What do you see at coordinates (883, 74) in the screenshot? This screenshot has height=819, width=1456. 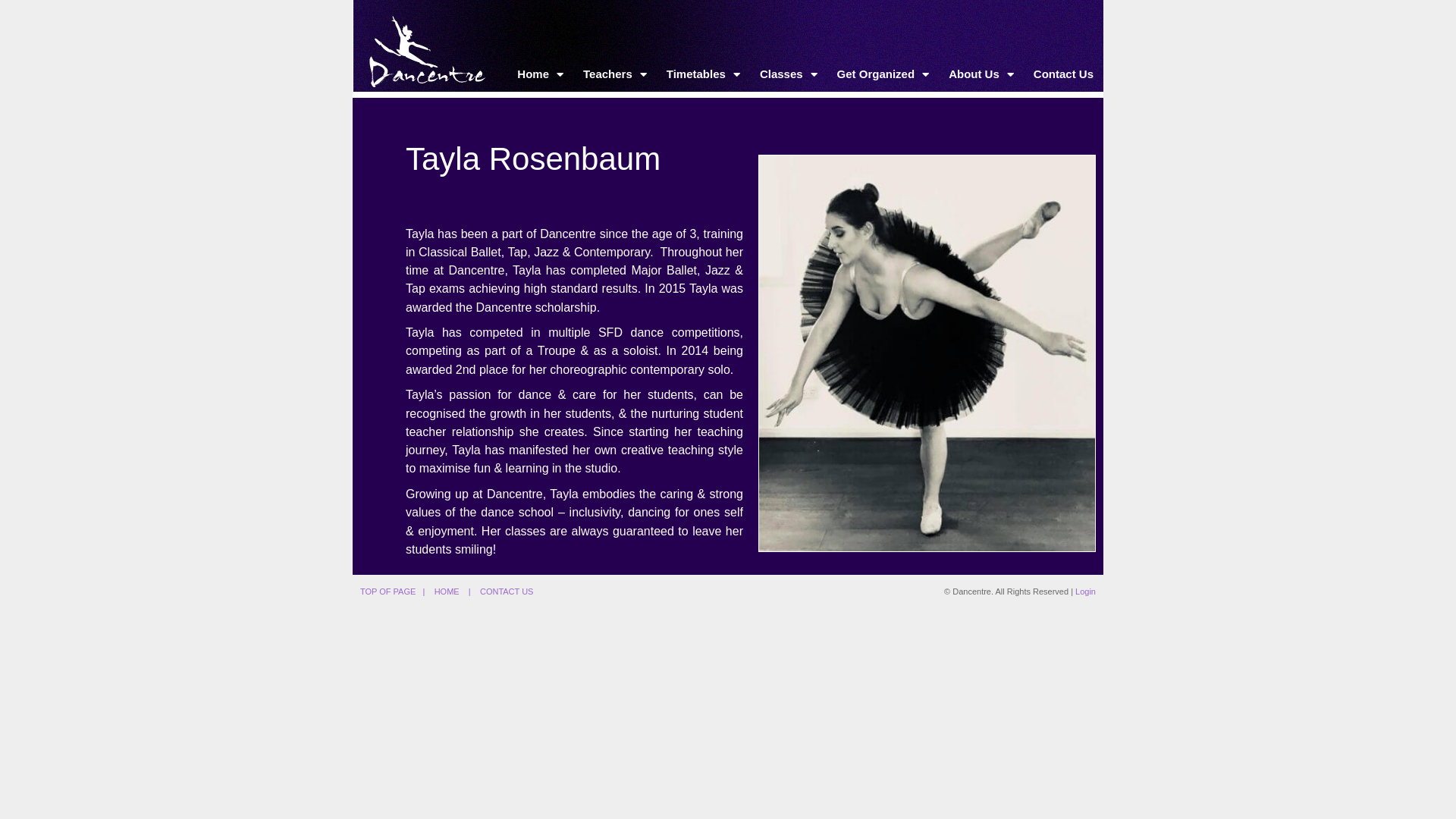 I see `'Get Organized'` at bounding box center [883, 74].